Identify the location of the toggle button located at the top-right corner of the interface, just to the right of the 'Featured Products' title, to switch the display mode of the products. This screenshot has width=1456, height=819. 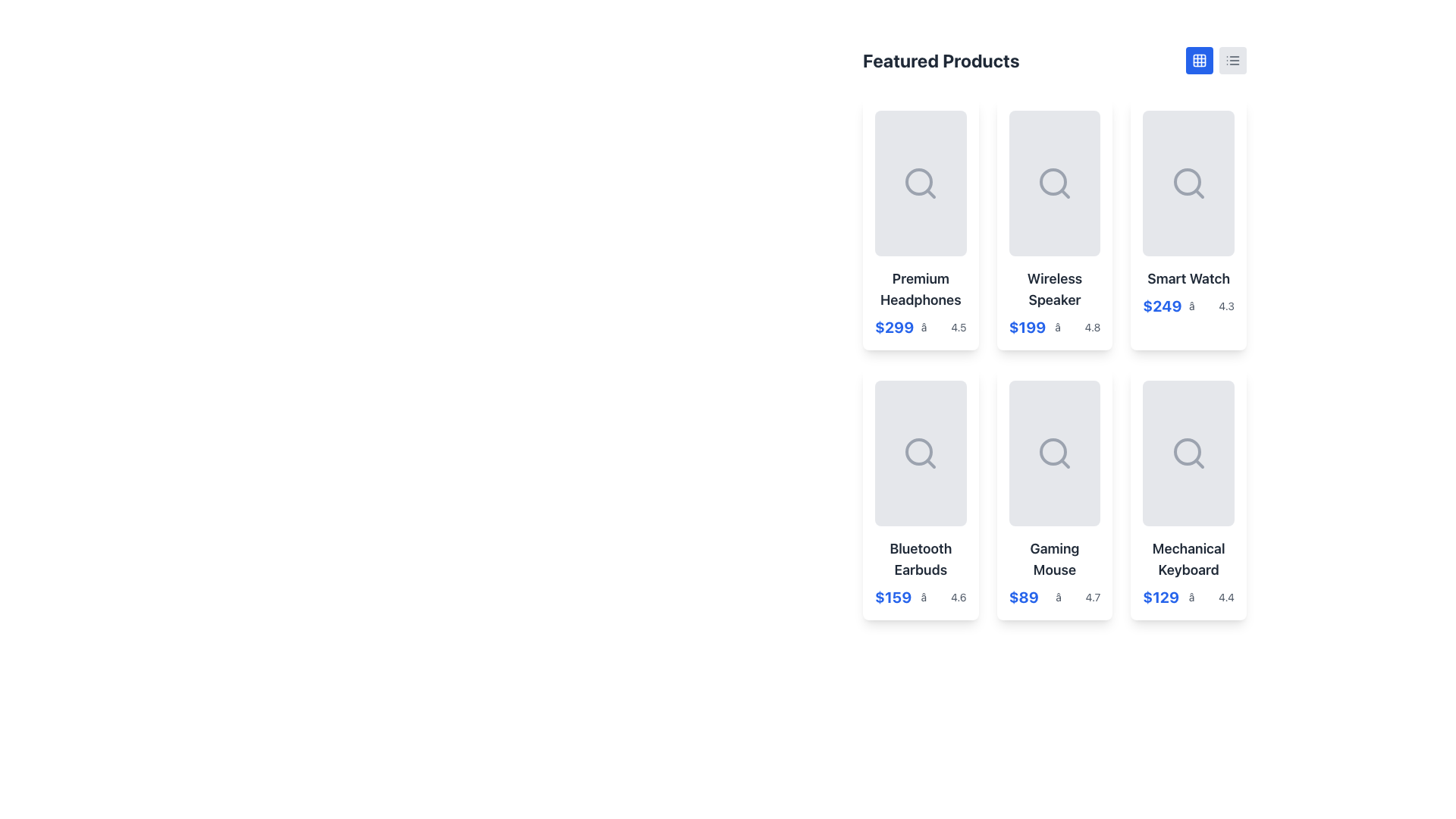
(1199, 60).